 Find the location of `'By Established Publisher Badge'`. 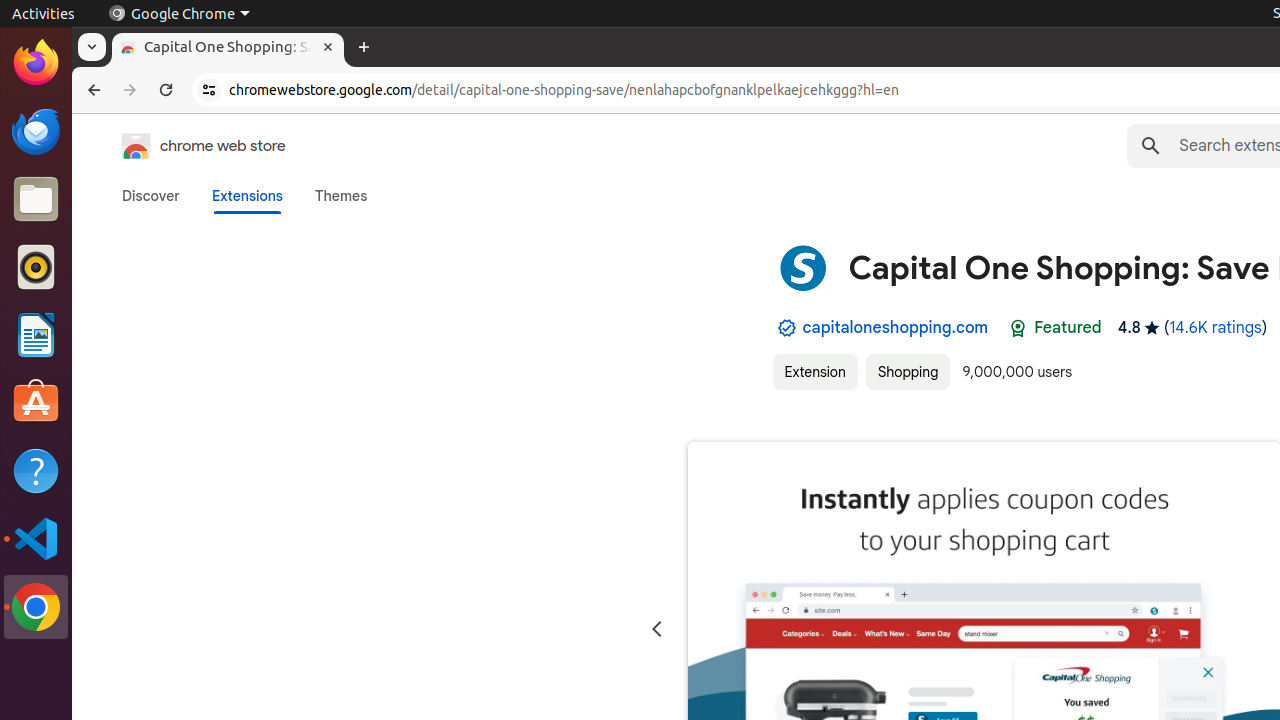

'By Established Publisher Badge' is located at coordinates (785, 327).